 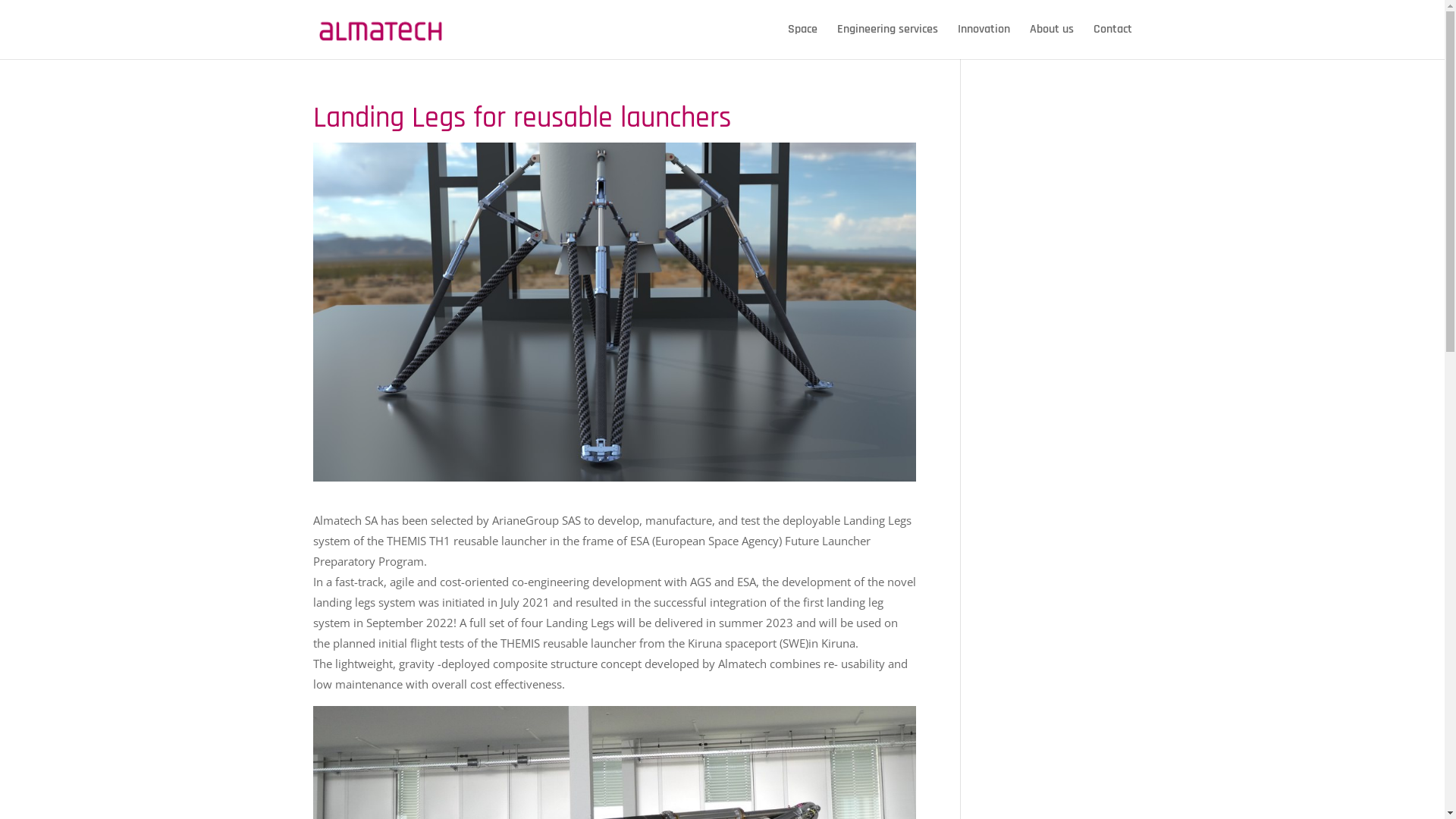 What do you see at coordinates (887, 40) in the screenshot?
I see `'Engineering services'` at bounding box center [887, 40].